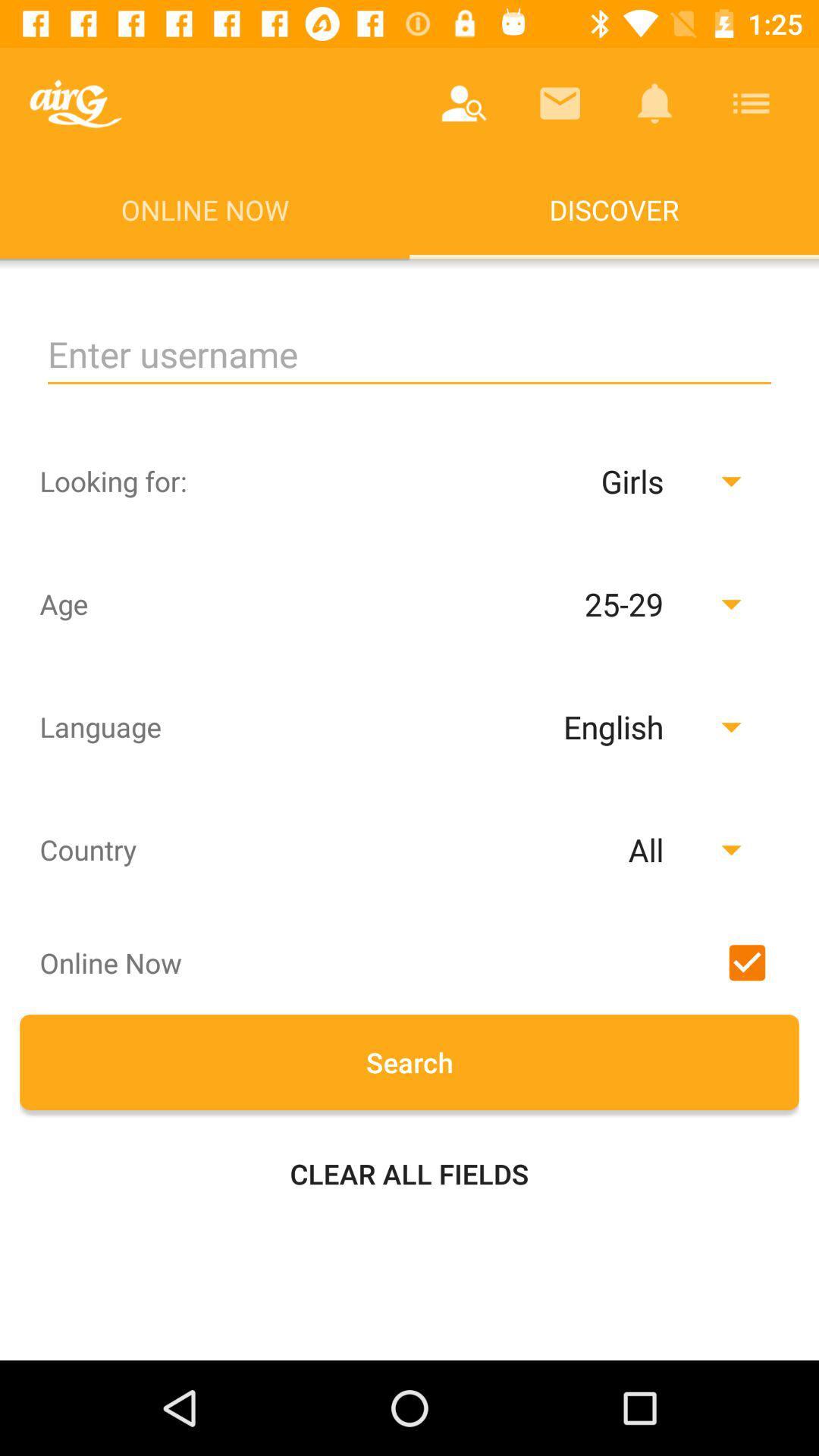 The image size is (819, 1456). I want to click on the icon to the left of the discover icon, so click(75, 102).